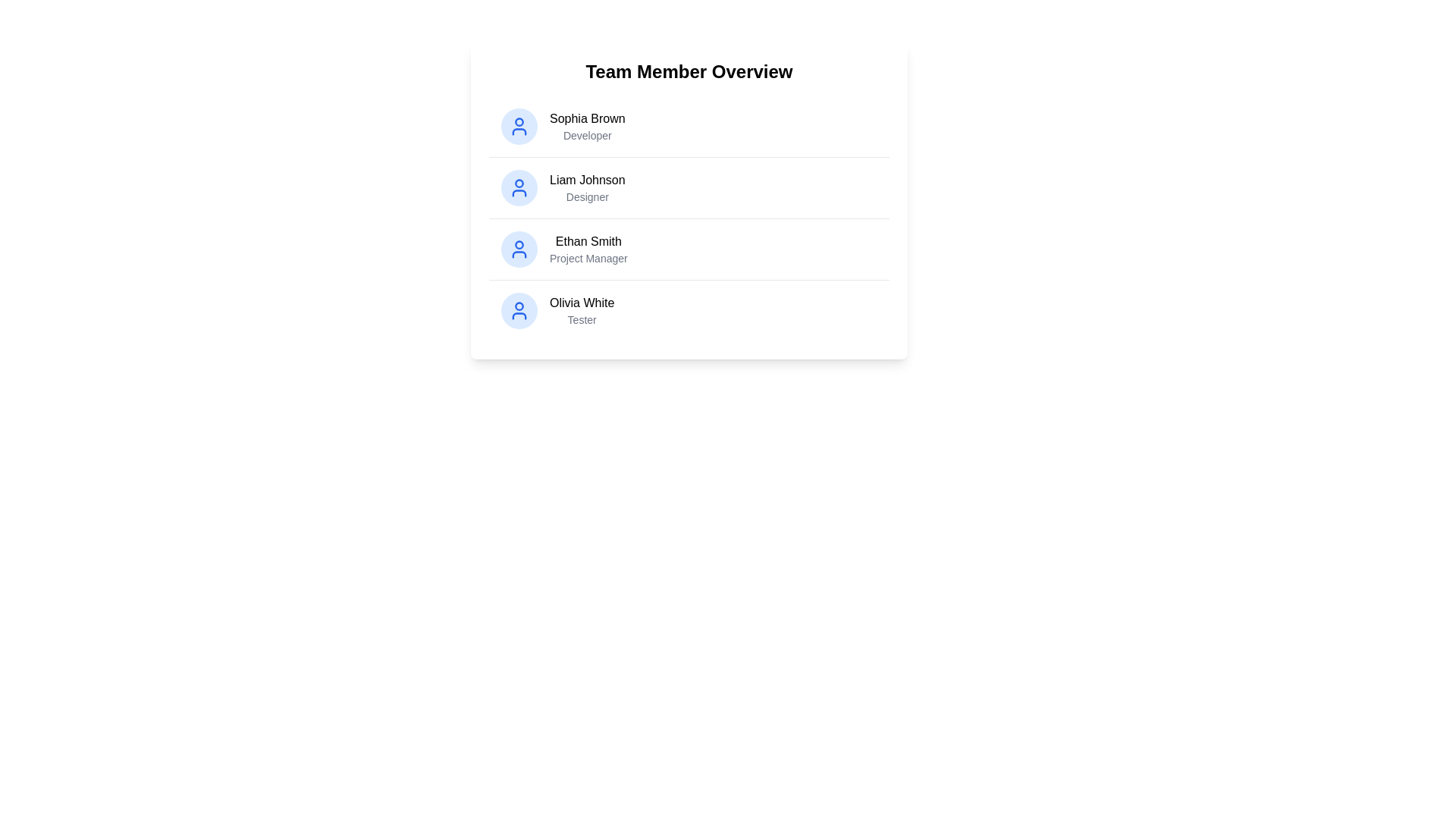 The height and width of the screenshot is (819, 1456). I want to click on the static text label displaying 'Project Manager', which is styled in a small gray font and located beneath the bold name 'Ethan Smith' in the team members list, so click(588, 257).